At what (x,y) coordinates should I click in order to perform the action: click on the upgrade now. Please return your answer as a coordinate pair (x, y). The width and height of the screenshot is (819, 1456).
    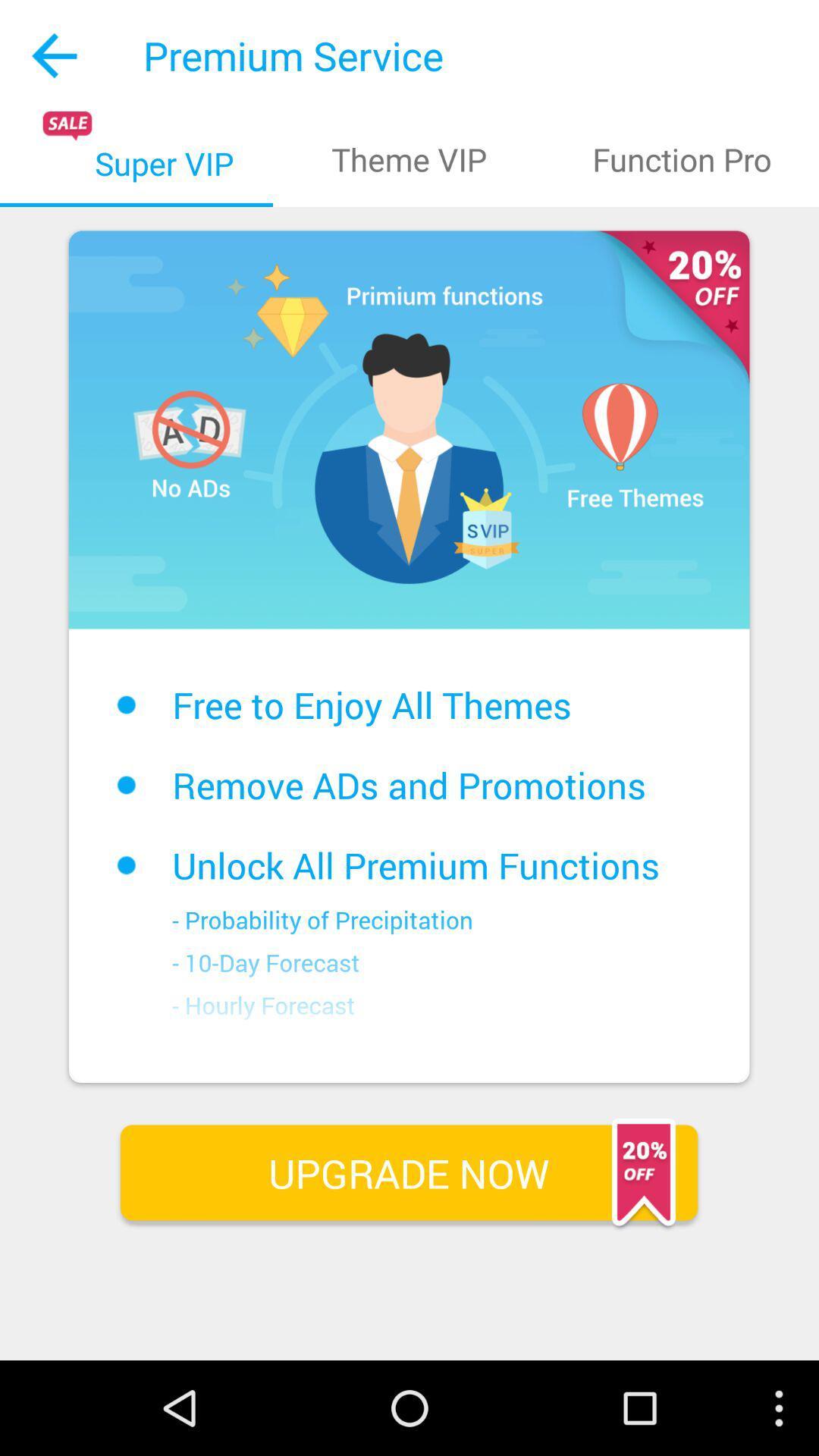
    Looking at the image, I should click on (408, 1172).